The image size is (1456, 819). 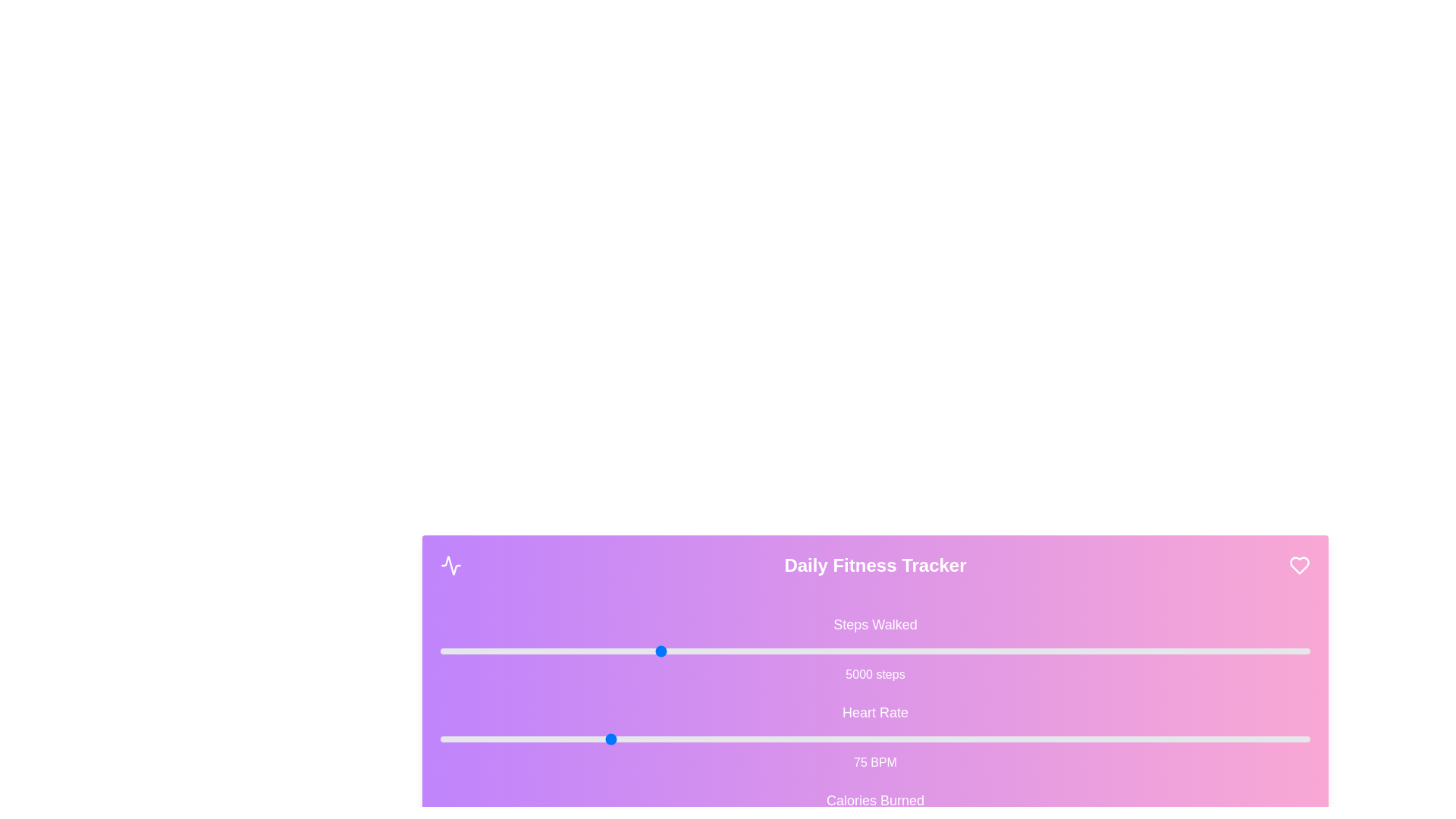 I want to click on the 'Steps Walked' slider to set its value to 10784, so click(x=909, y=651).